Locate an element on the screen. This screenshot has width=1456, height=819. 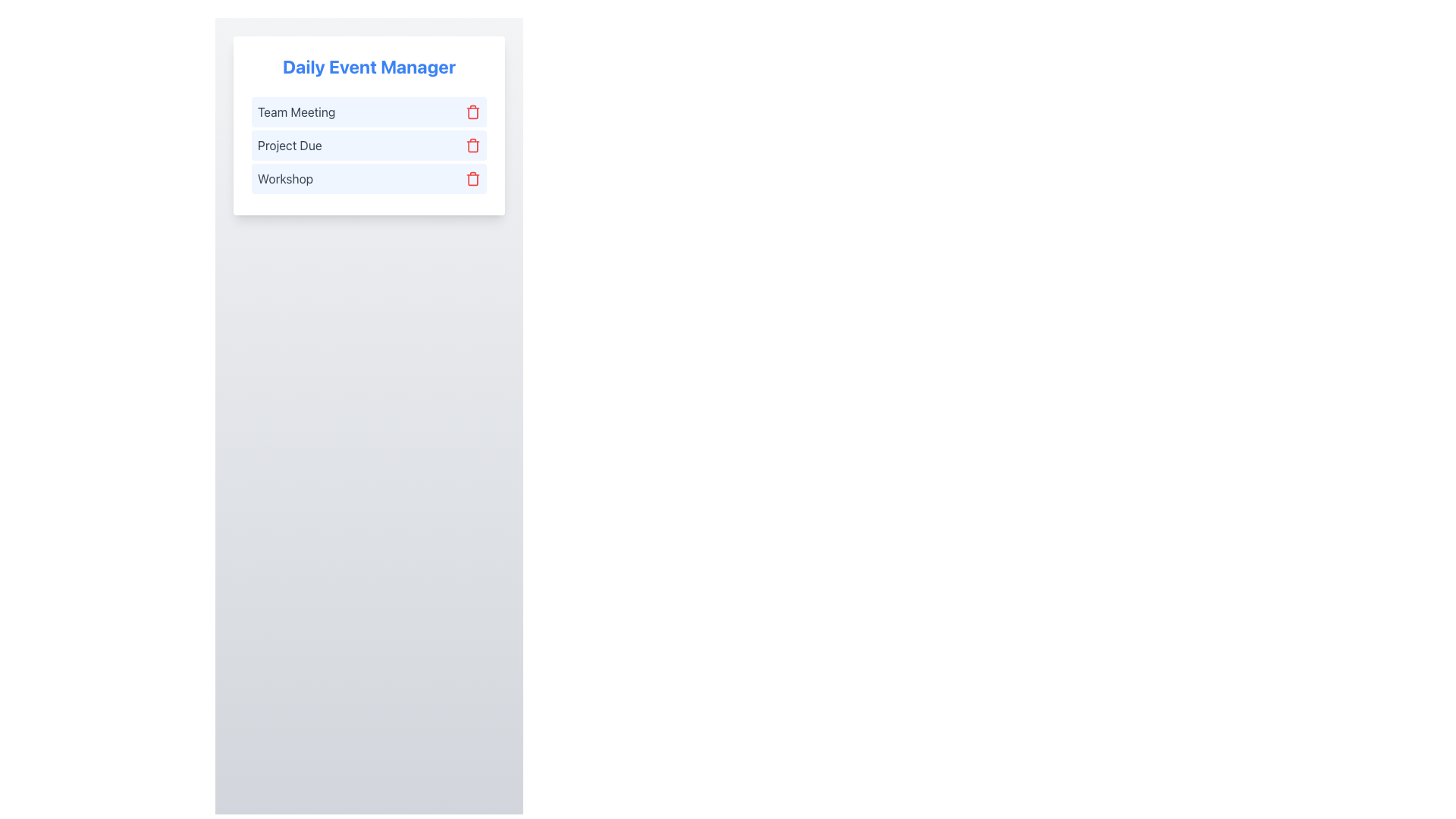
the text label displaying 'Workshop', which is the third item in a vertical list of text labels within a light blue rectangular section is located at coordinates (285, 177).